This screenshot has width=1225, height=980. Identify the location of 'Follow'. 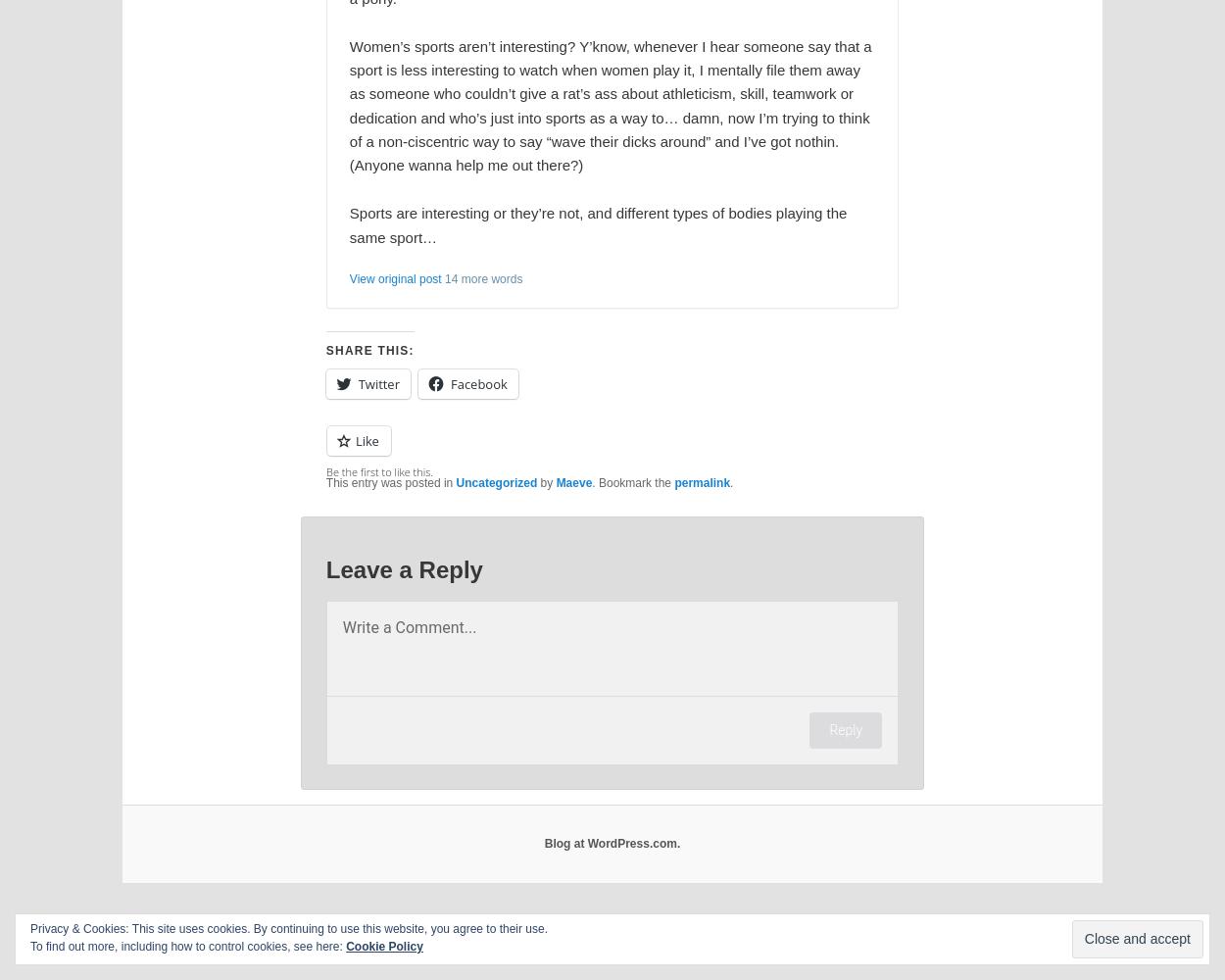
(1127, 952).